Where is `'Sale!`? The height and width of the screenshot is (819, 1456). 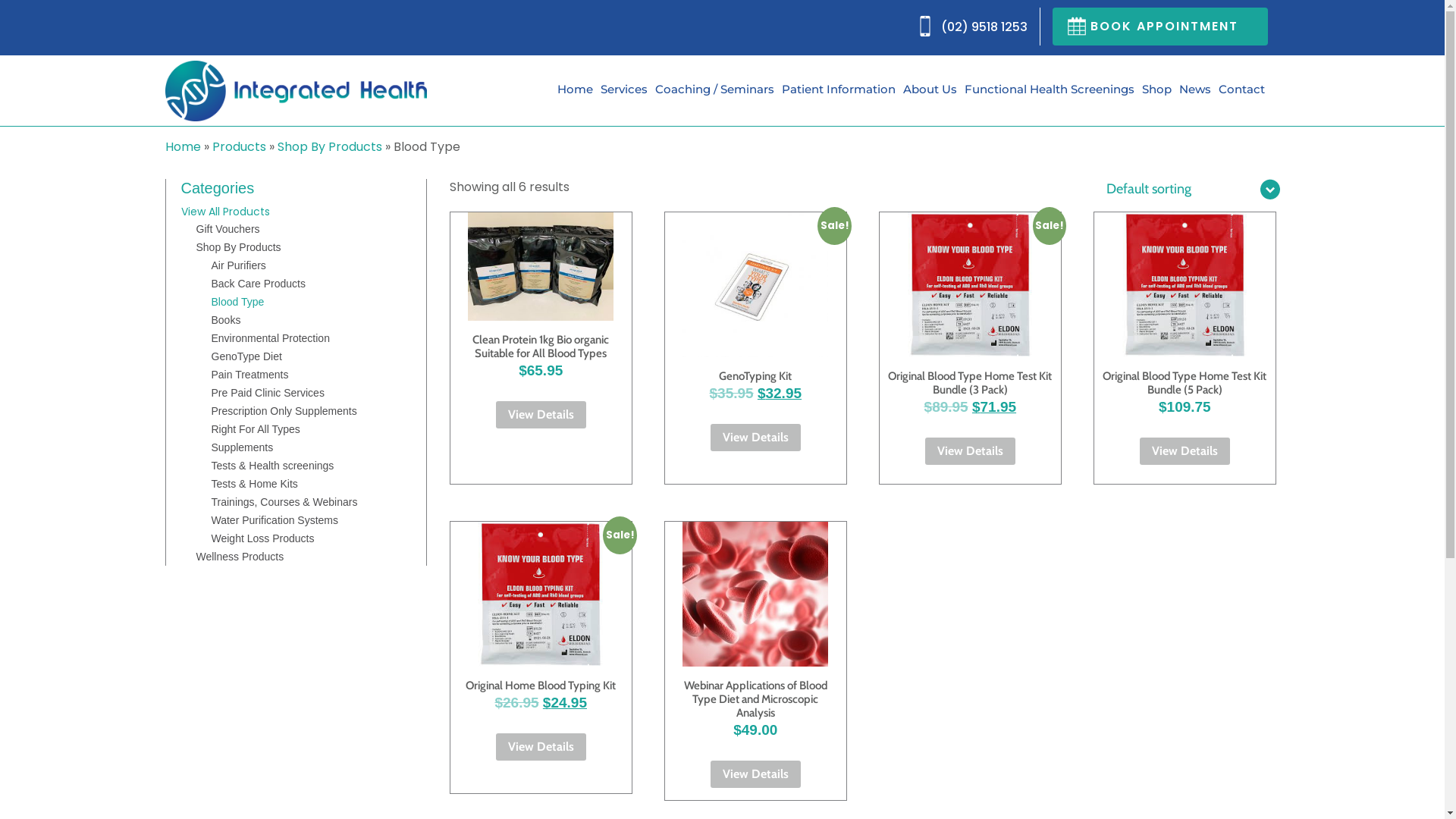
'Sale! is located at coordinates (541, 638).